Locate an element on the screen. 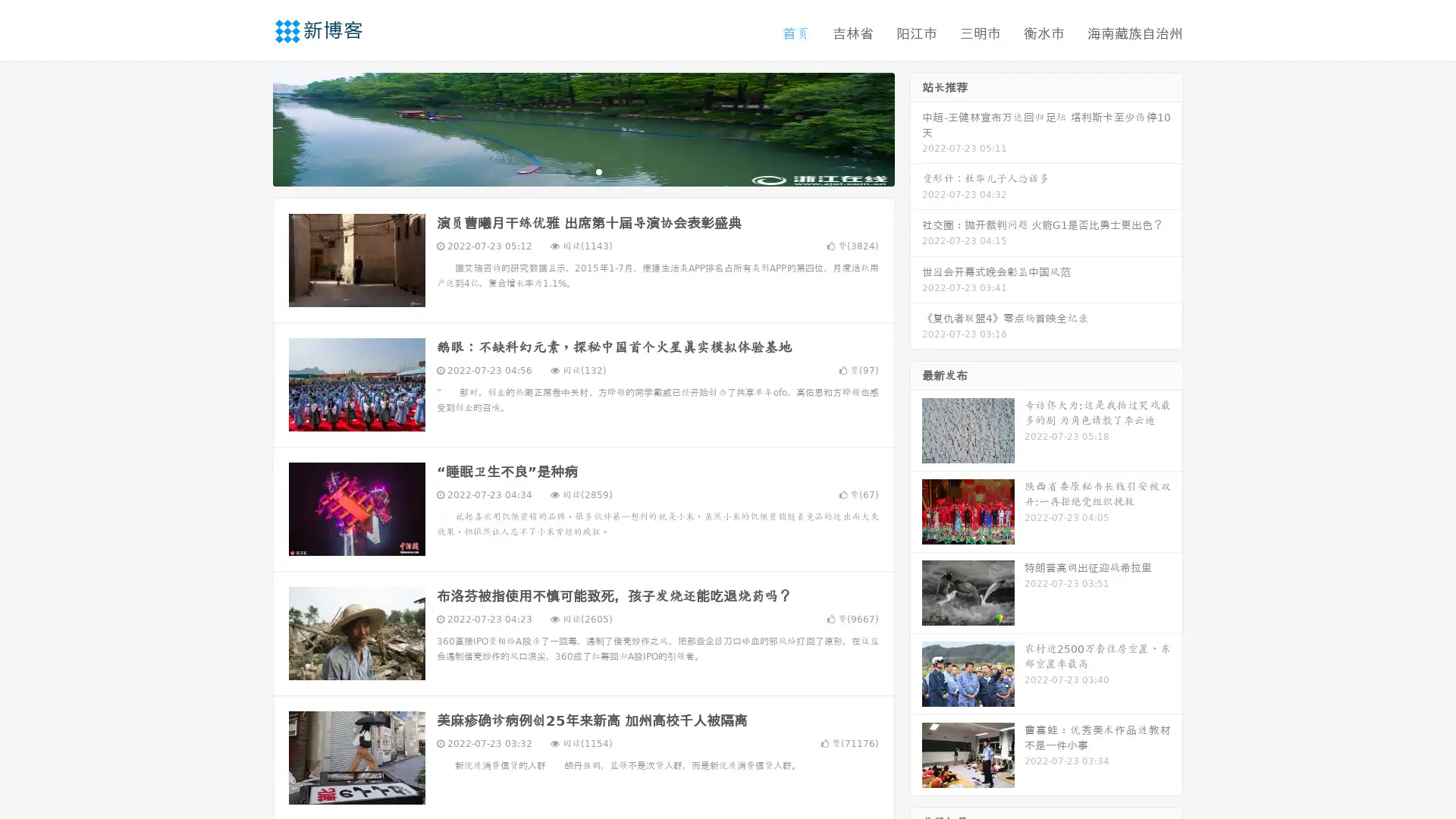 The height and width of the screenshot is (819, 1456). Go to slide 1 is located at coordinates (567, 171).